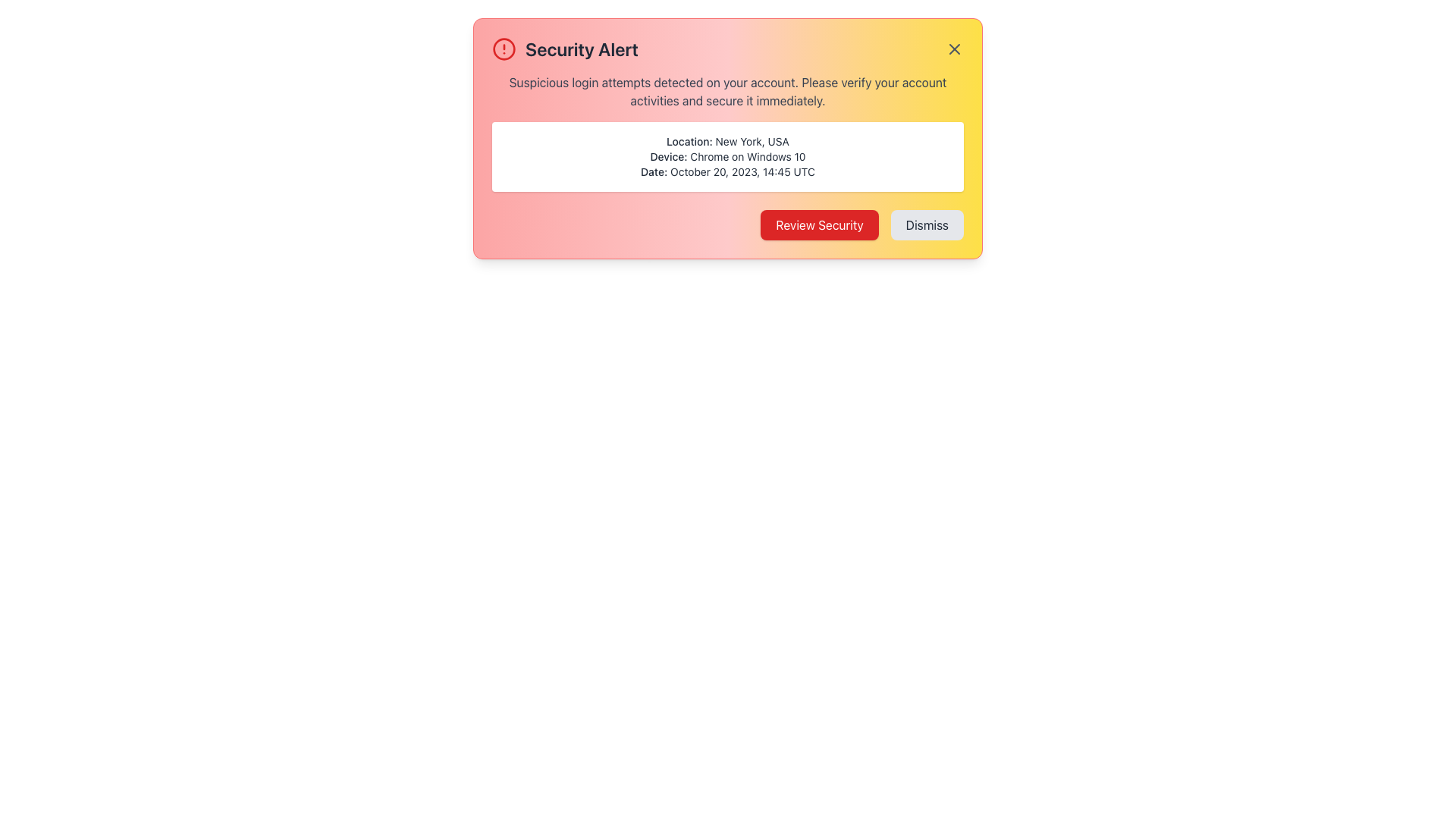 The width and height of the screenshot is (1456, 819). What do you see at coordinates (581, 49) in the screenshot?
I see `prominently displayed text 'Security Alert' which is large, bold, and dark gray, located to the right of a red circular alert icon at the top-left corner of the notification card` at bounding box center [581, 49].